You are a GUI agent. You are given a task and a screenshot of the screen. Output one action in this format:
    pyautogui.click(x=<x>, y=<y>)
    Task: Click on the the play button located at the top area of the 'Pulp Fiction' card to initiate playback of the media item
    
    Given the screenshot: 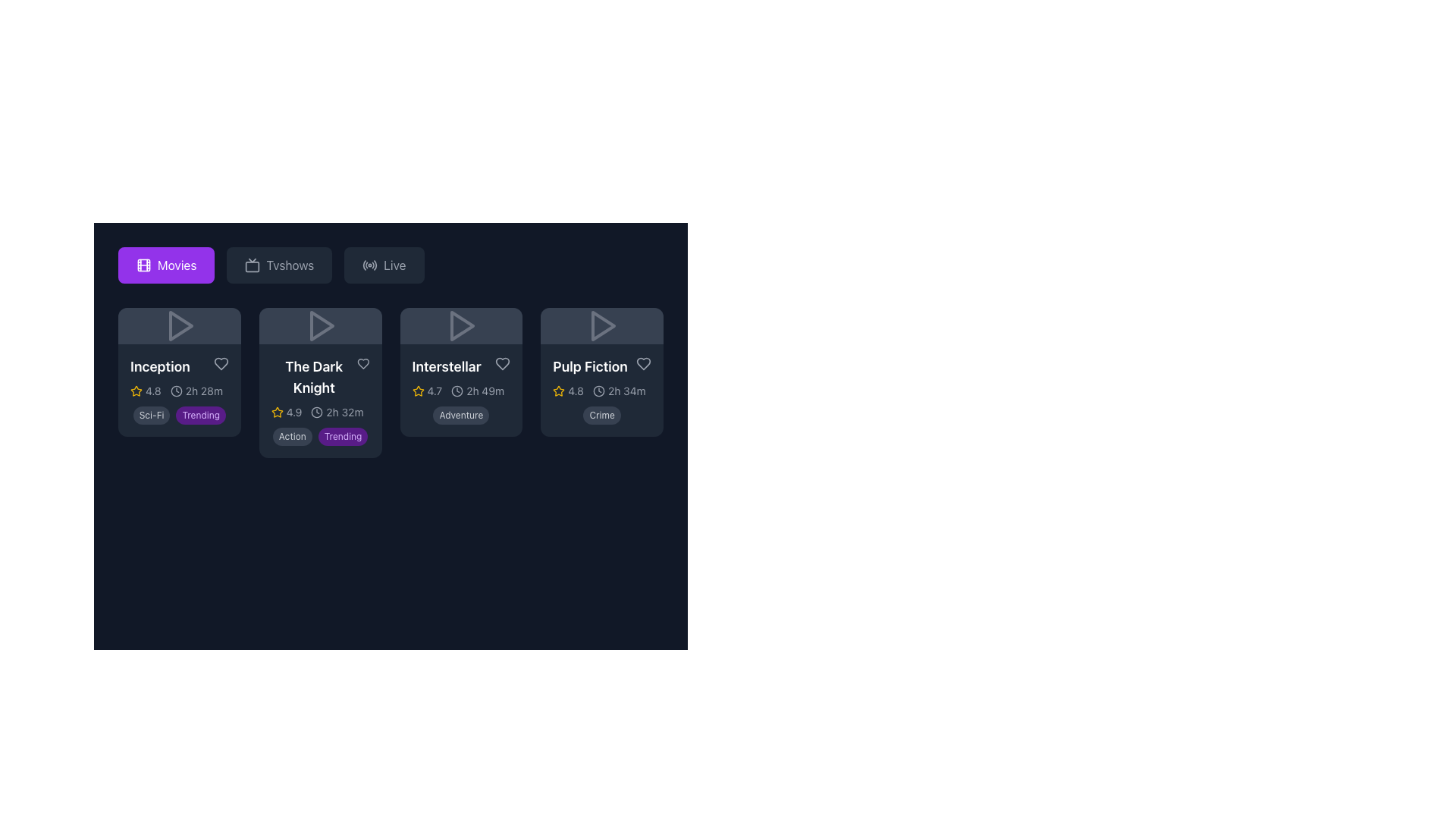 What is the action you would take?
    pyautogui.click(x=603, y=325)
    